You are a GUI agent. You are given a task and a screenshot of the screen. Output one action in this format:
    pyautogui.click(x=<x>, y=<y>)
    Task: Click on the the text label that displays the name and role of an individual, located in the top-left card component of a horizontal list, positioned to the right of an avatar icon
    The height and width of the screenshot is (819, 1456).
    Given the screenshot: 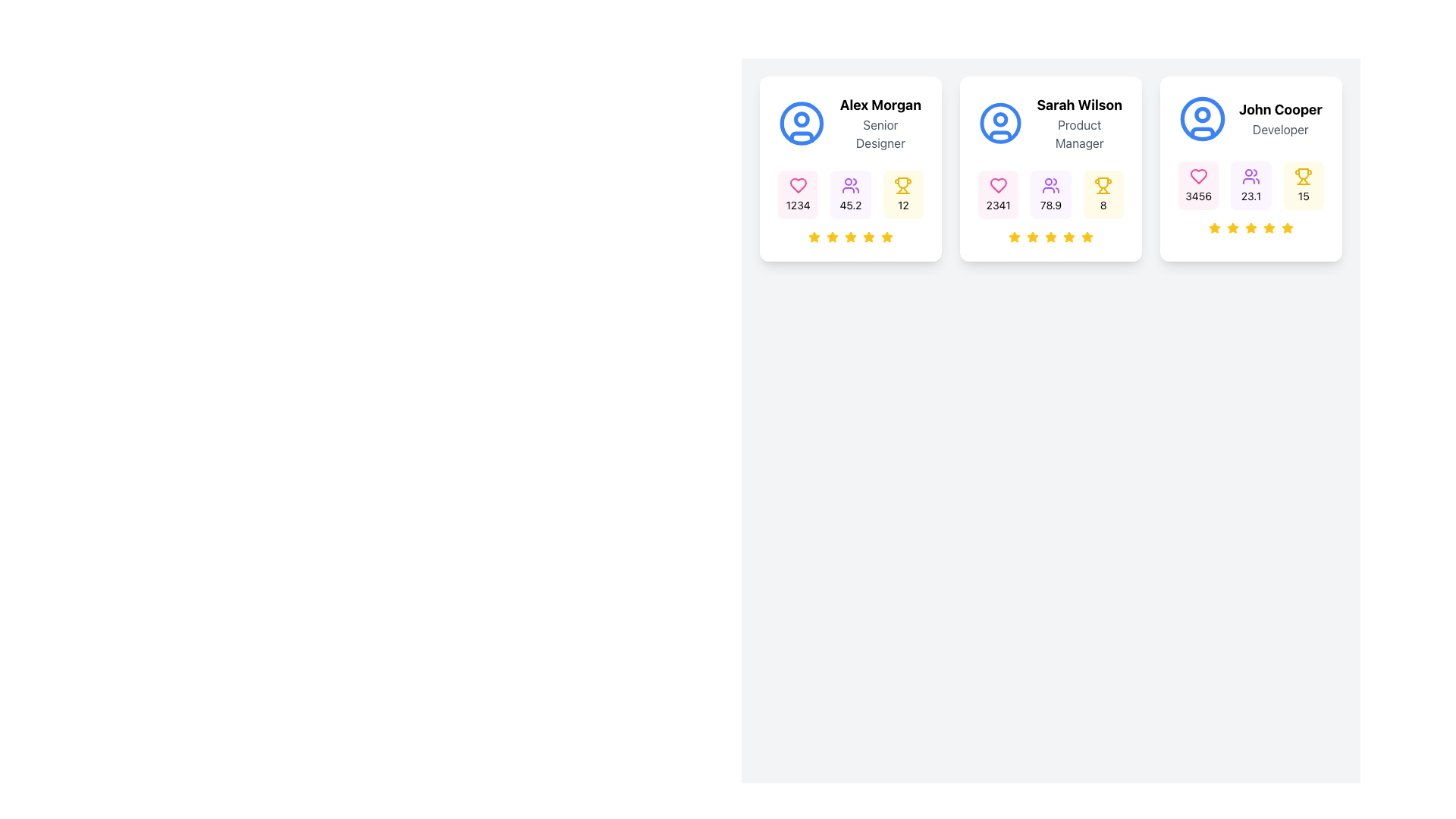 What is the action you would take?
    pyautogui.click(x=880, y=122)
    